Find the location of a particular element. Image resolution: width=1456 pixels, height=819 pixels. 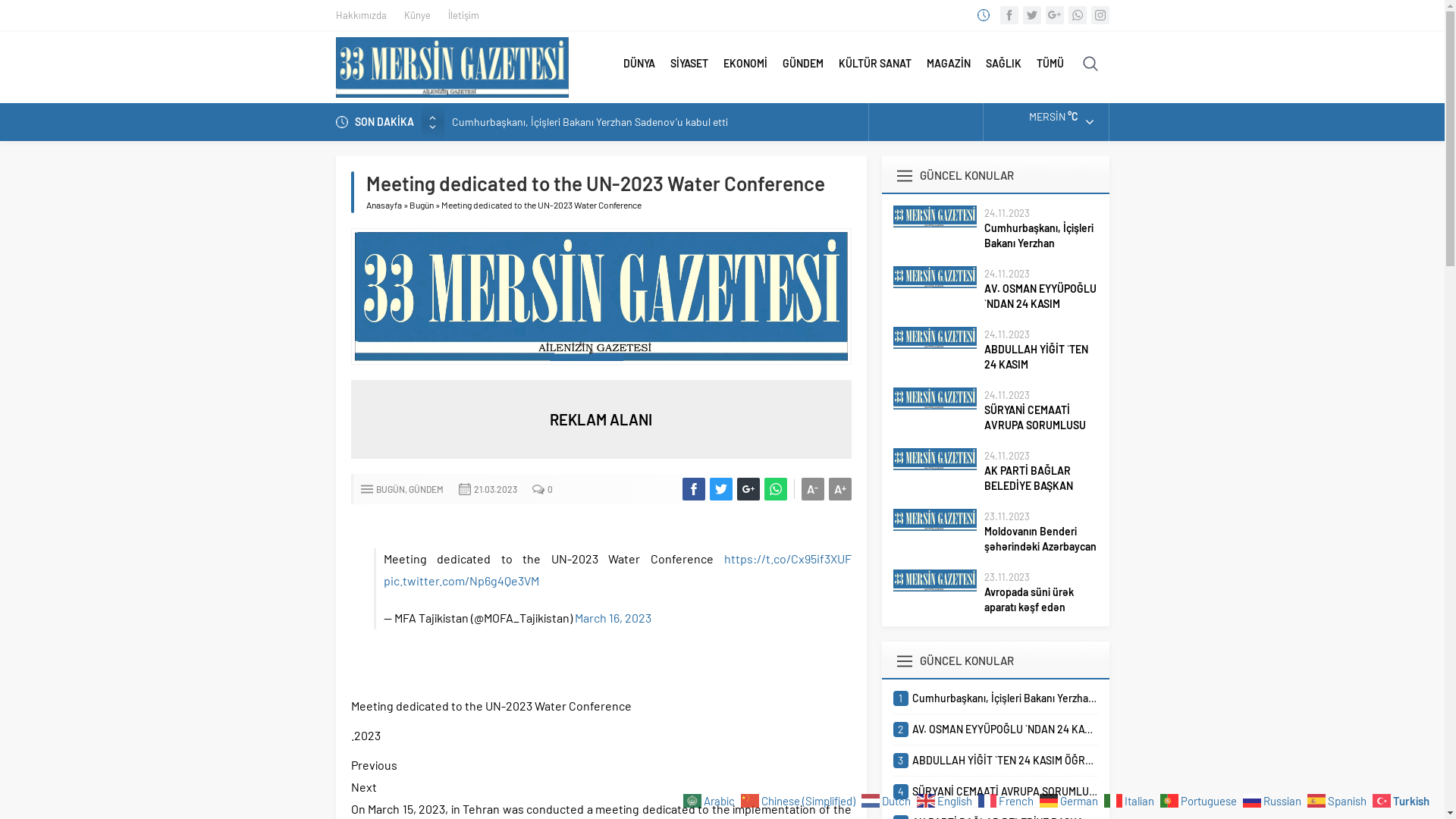

'33 Mersin Gazetesi - Anasayfa' is located at coordinates (450, 66).